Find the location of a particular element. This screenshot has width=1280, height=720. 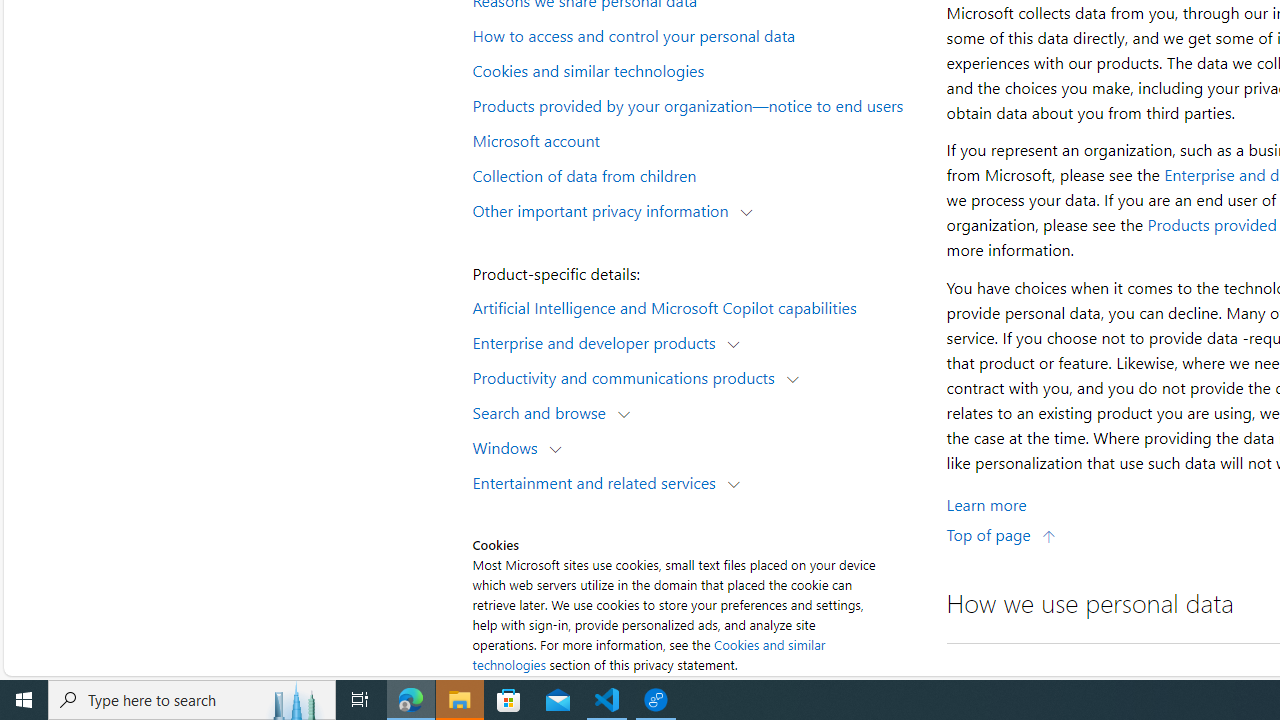

'Other important privacy information' is located at coordinates (604, 209).